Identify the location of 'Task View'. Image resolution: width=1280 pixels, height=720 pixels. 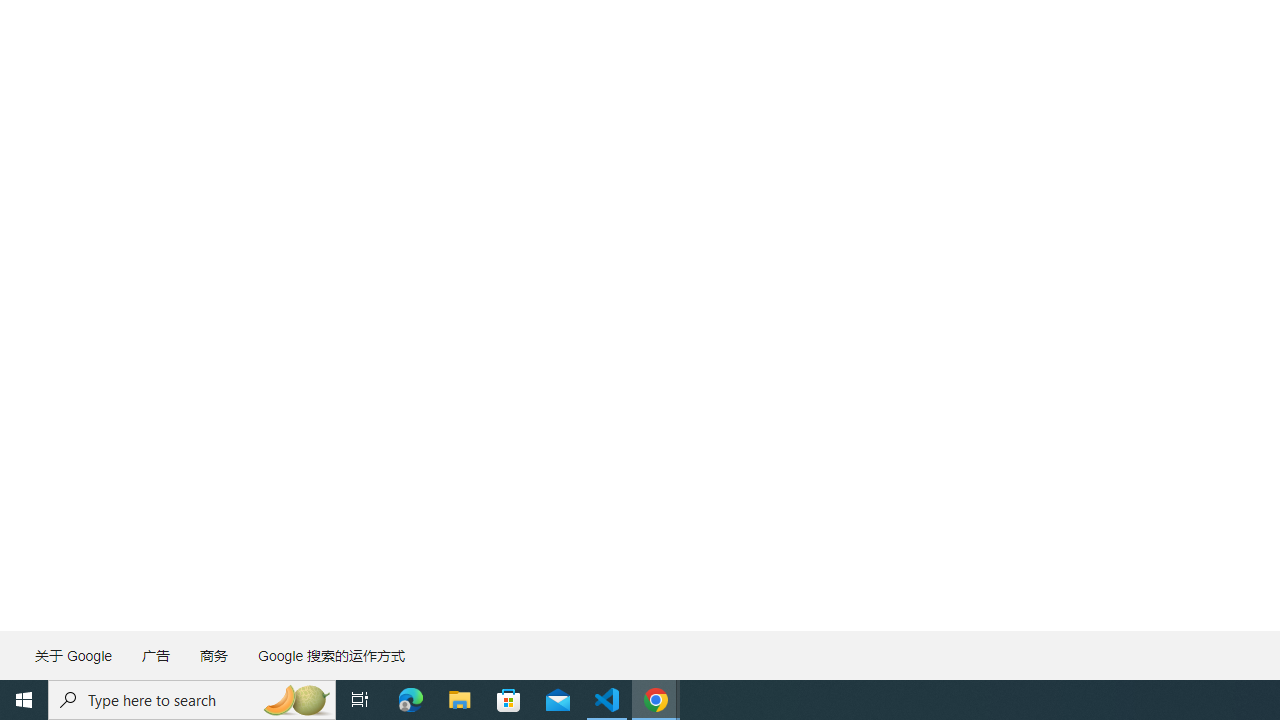
(359, 698).